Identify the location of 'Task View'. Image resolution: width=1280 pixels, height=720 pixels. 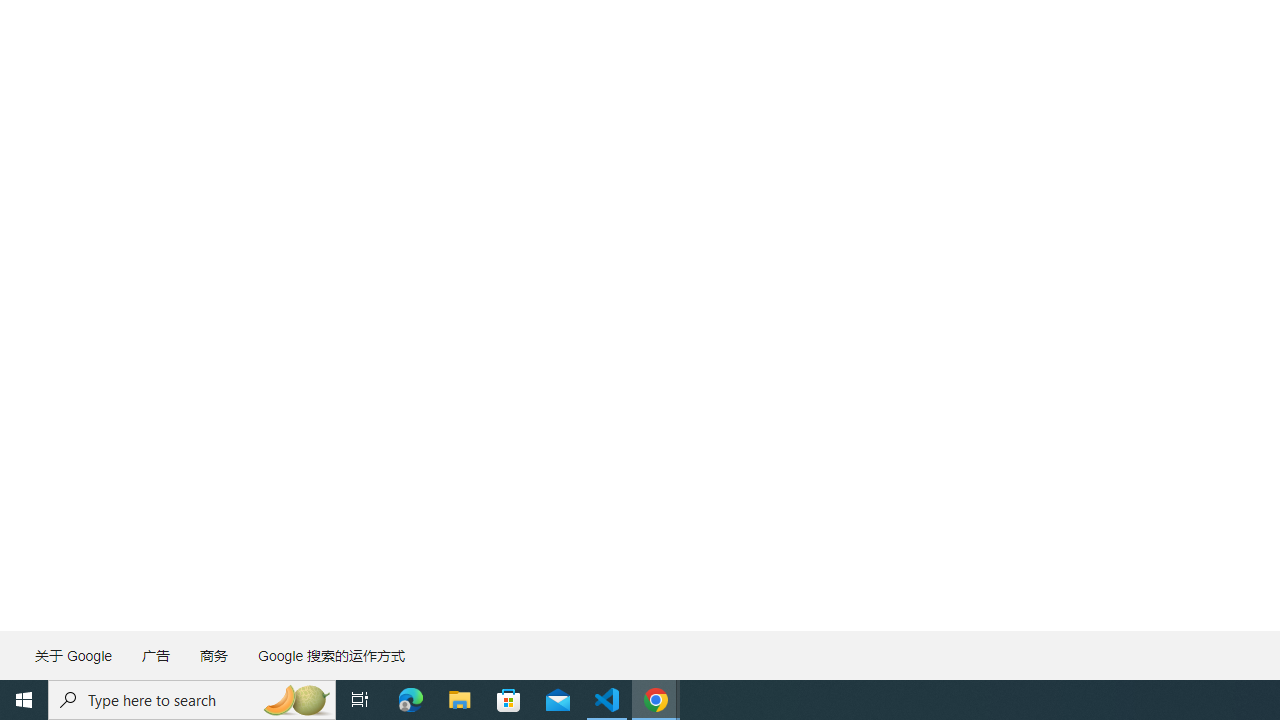
(359, 698).